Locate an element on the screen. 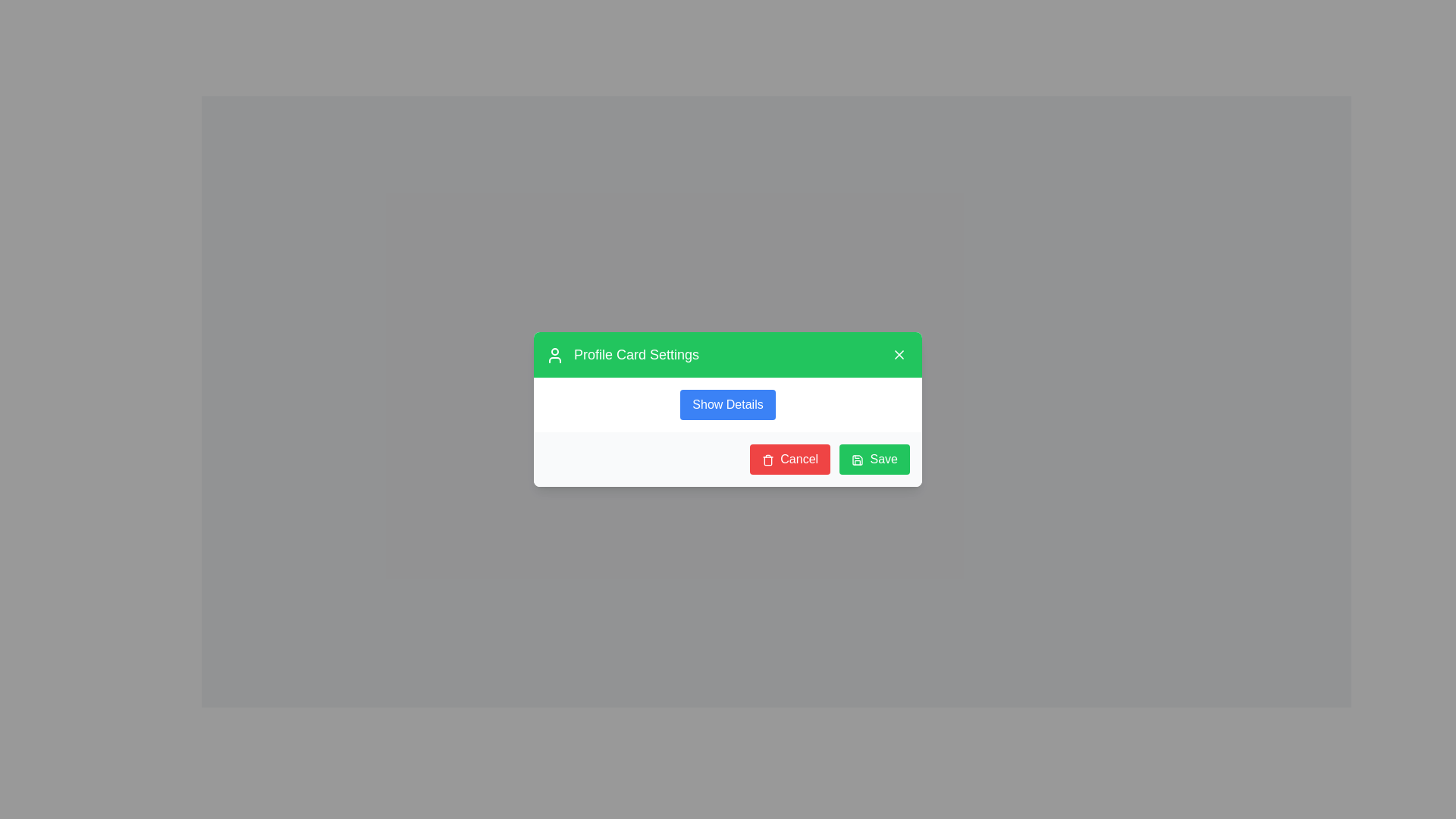  the diagonal cross-shaped icon in the green header section of the 'Profile Card Settings' dialog box is located at coordinates (899, 354).